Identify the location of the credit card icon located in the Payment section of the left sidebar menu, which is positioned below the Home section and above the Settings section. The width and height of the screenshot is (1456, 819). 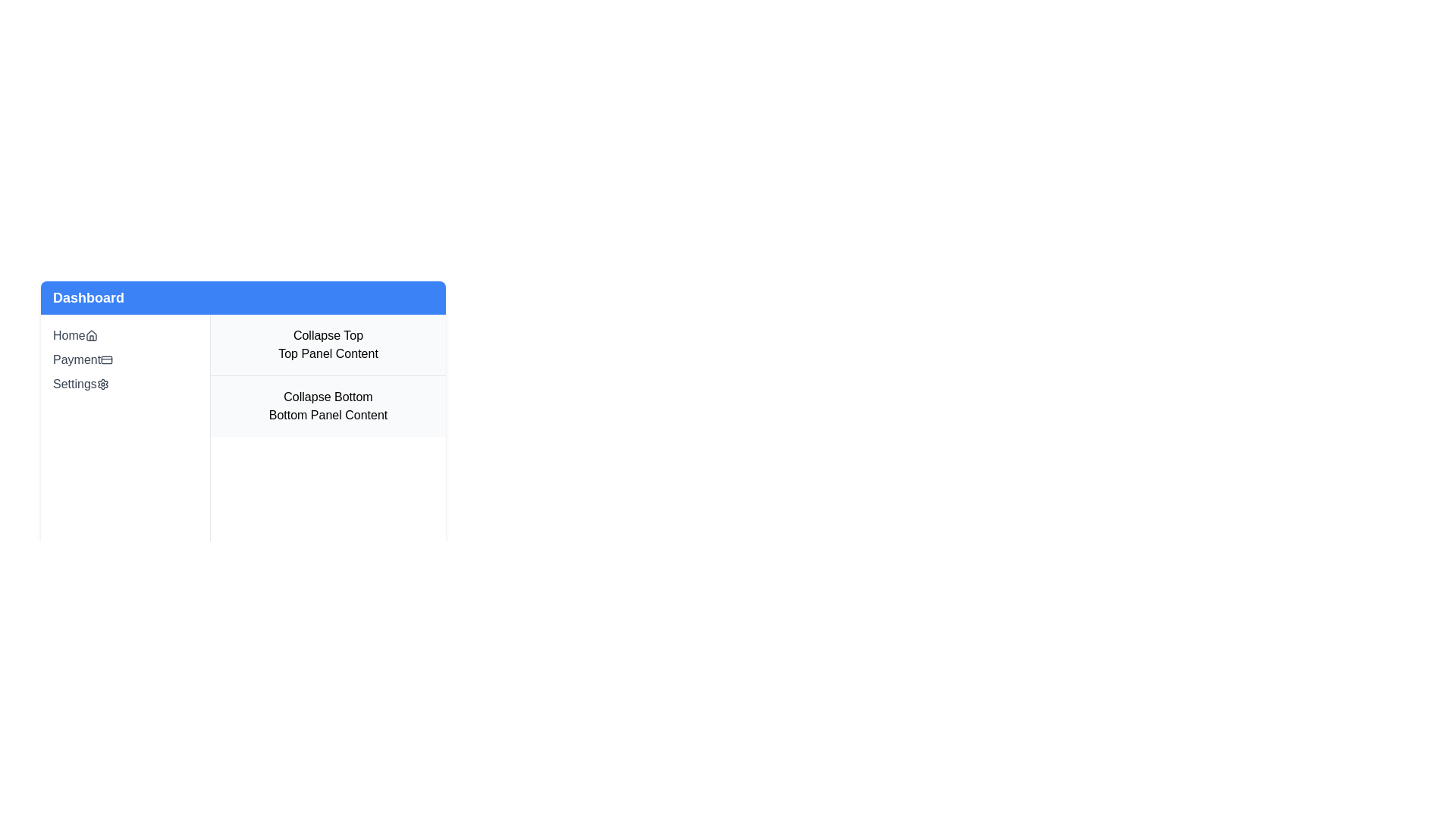
(106, 359).